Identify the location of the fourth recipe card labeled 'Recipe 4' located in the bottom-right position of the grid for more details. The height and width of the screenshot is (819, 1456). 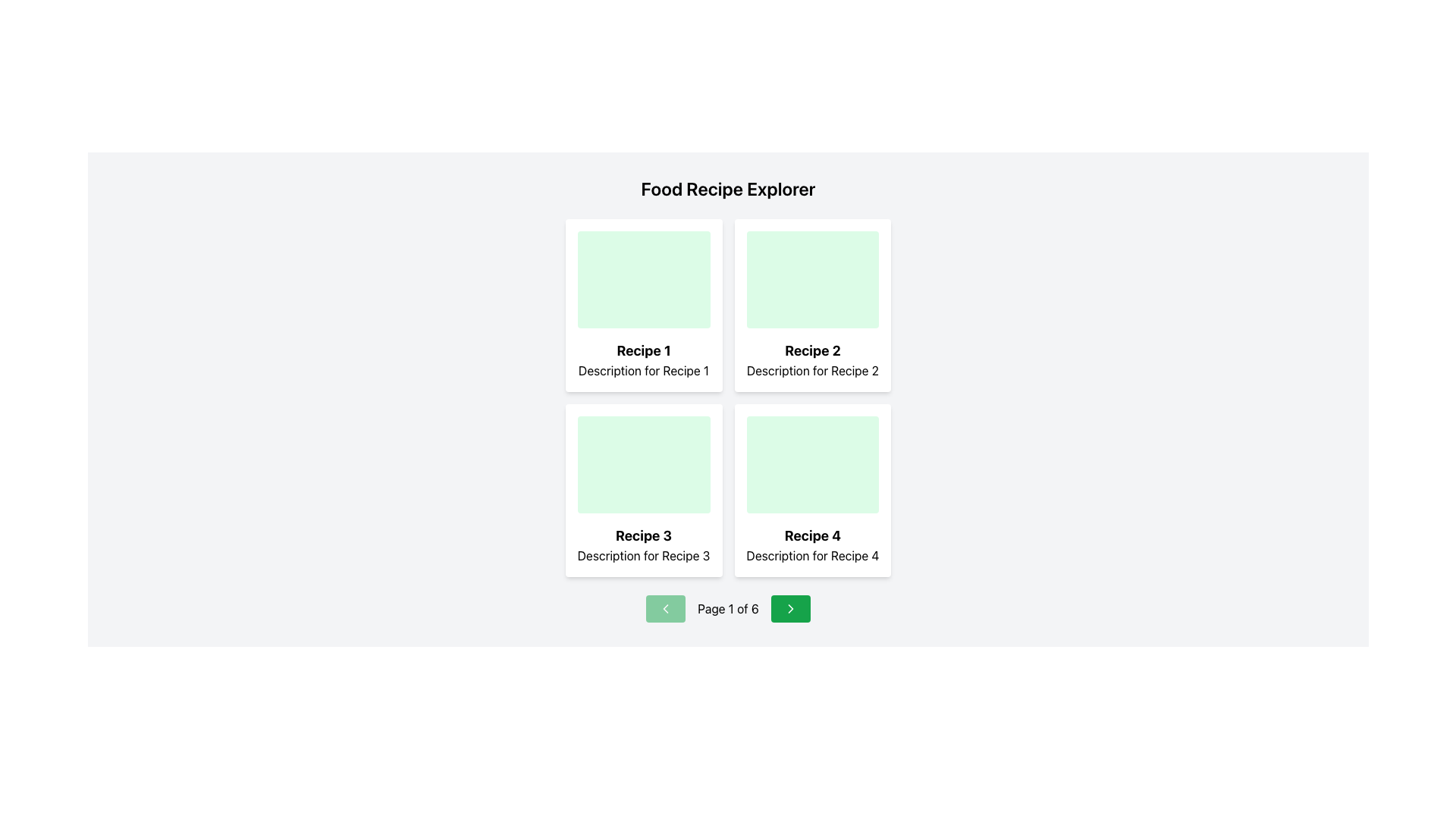
(811, 491).